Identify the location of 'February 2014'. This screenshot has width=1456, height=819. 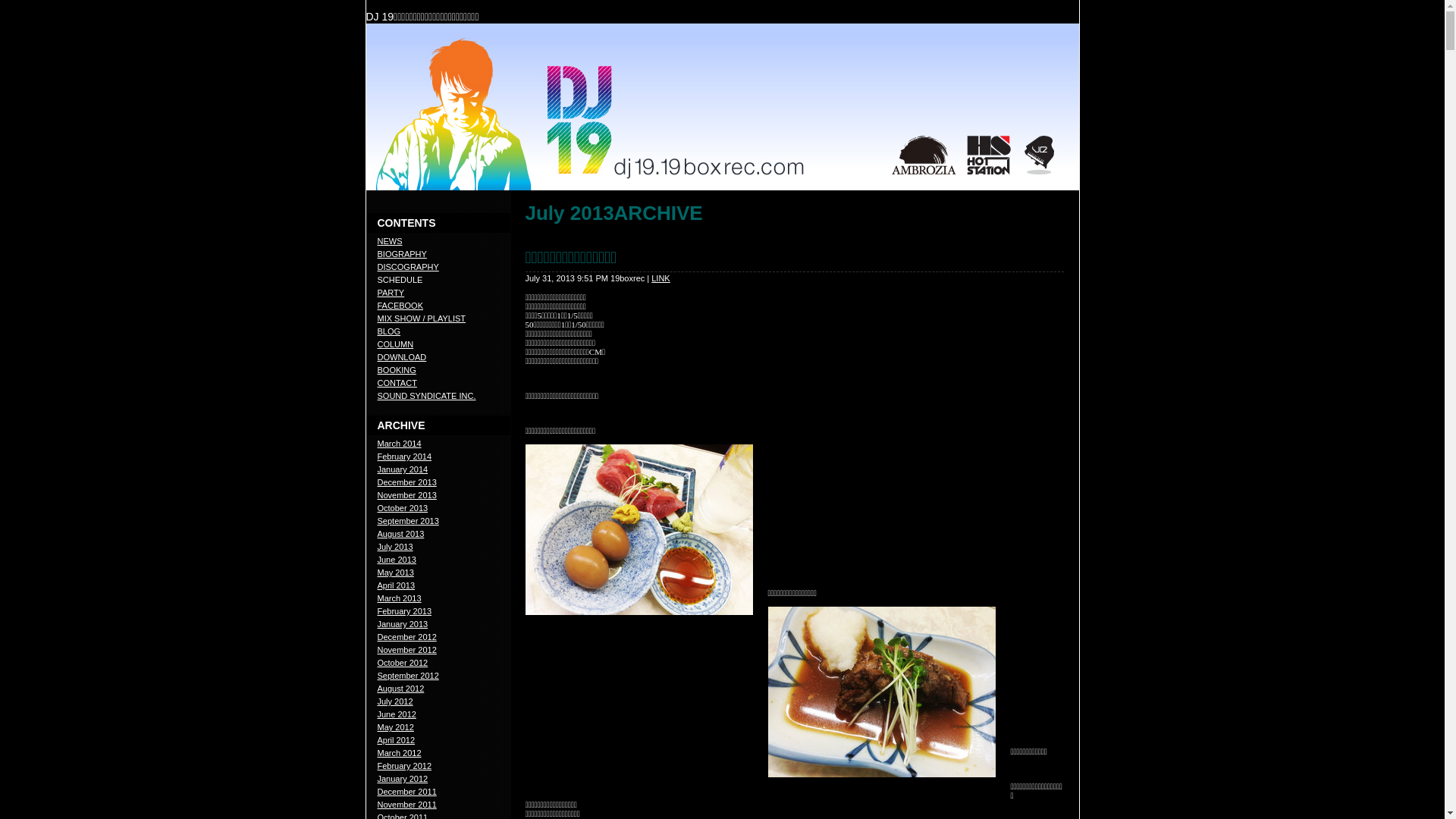
(404, 455).